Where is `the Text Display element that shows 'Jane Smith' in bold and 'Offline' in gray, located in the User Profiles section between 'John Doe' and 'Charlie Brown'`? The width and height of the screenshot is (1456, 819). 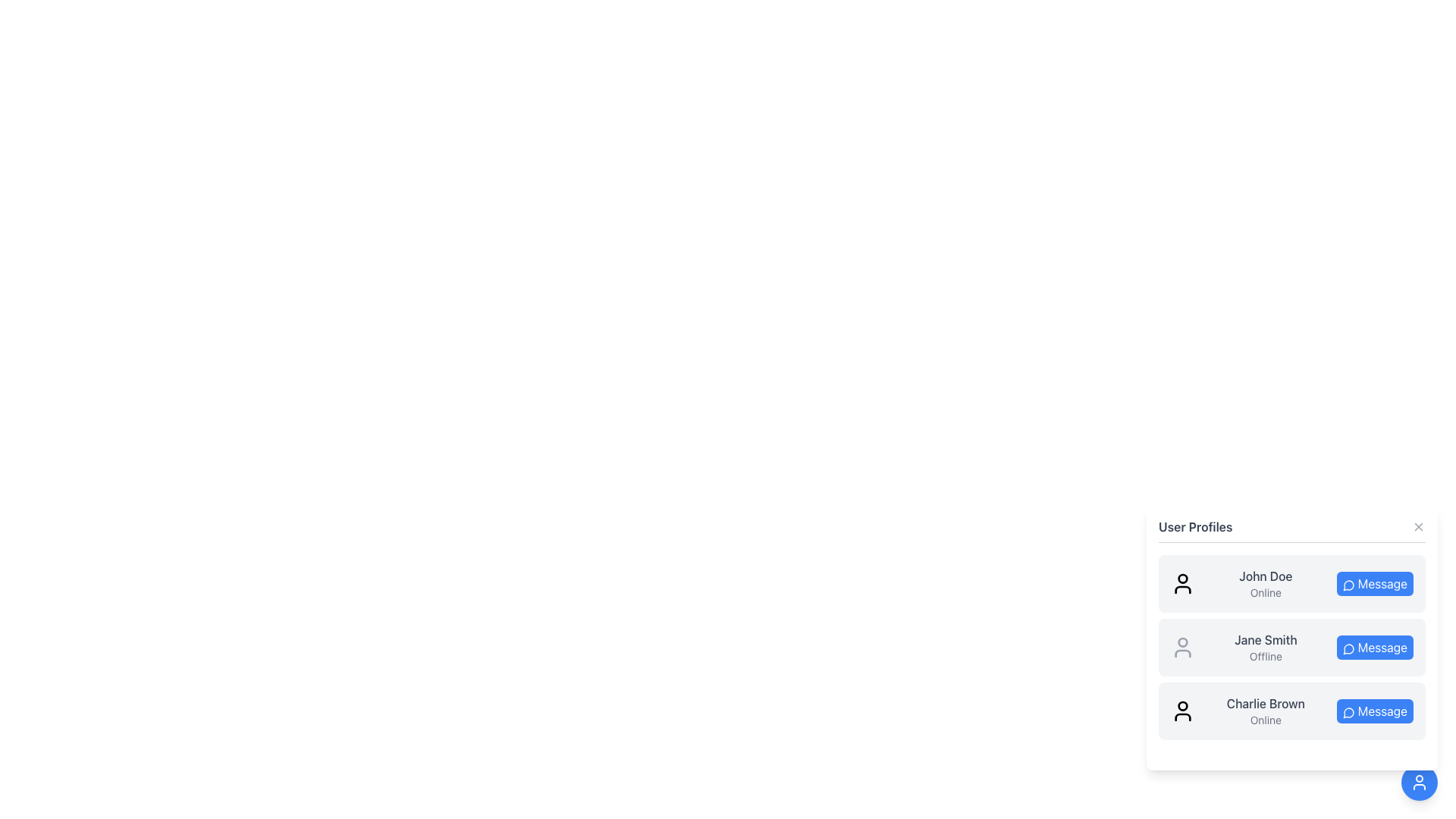
the Text Display element that shows 'Jane Smith' in bold and 'Offline' in gray, located in the User Profiles section between 'John Doe' and 'Charlie Brown' is located at coordinates (1266, 647).